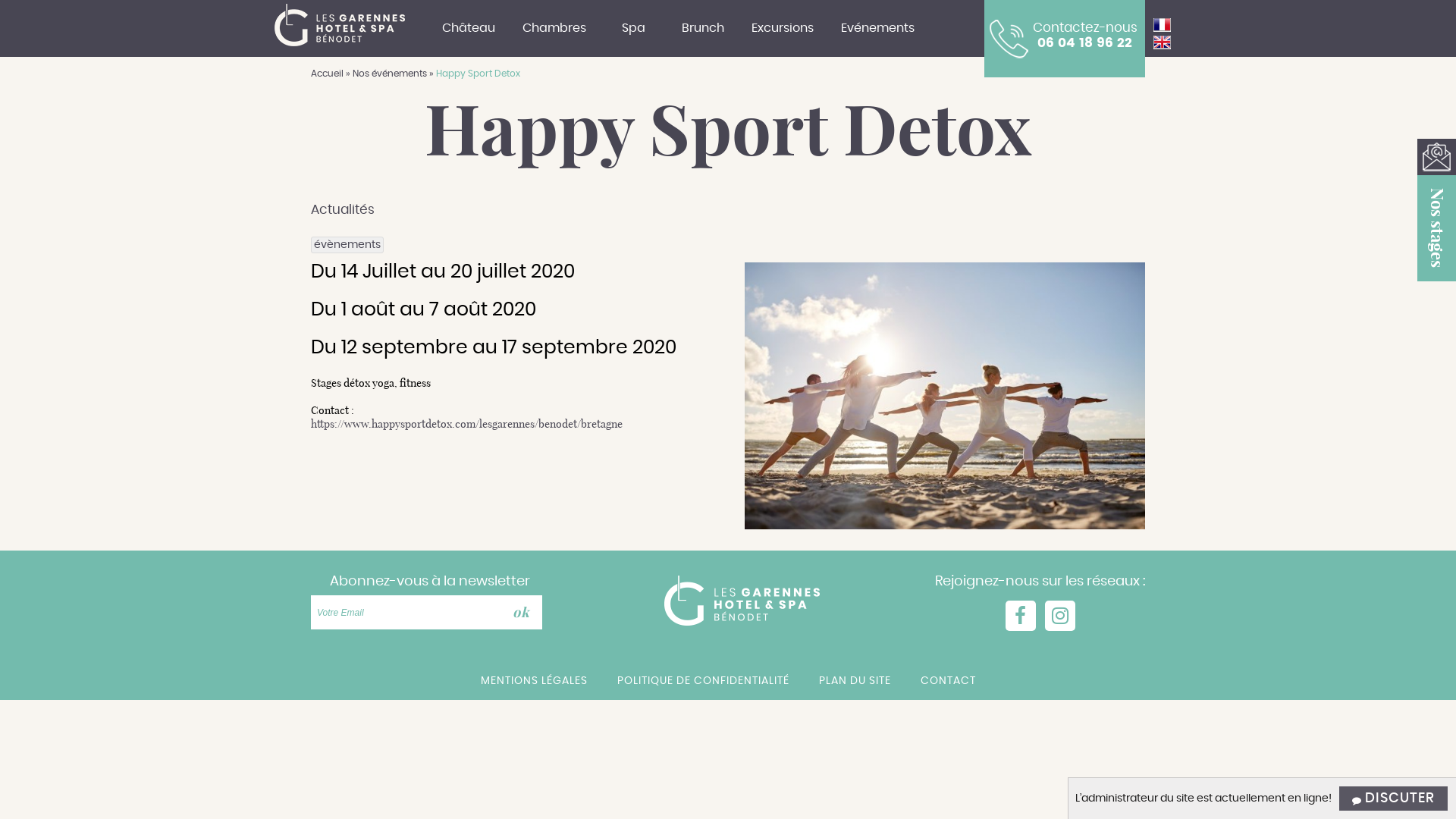 This screenshot has height=819, width=1456. I want to click on 'Accueil', so click(309, 73).